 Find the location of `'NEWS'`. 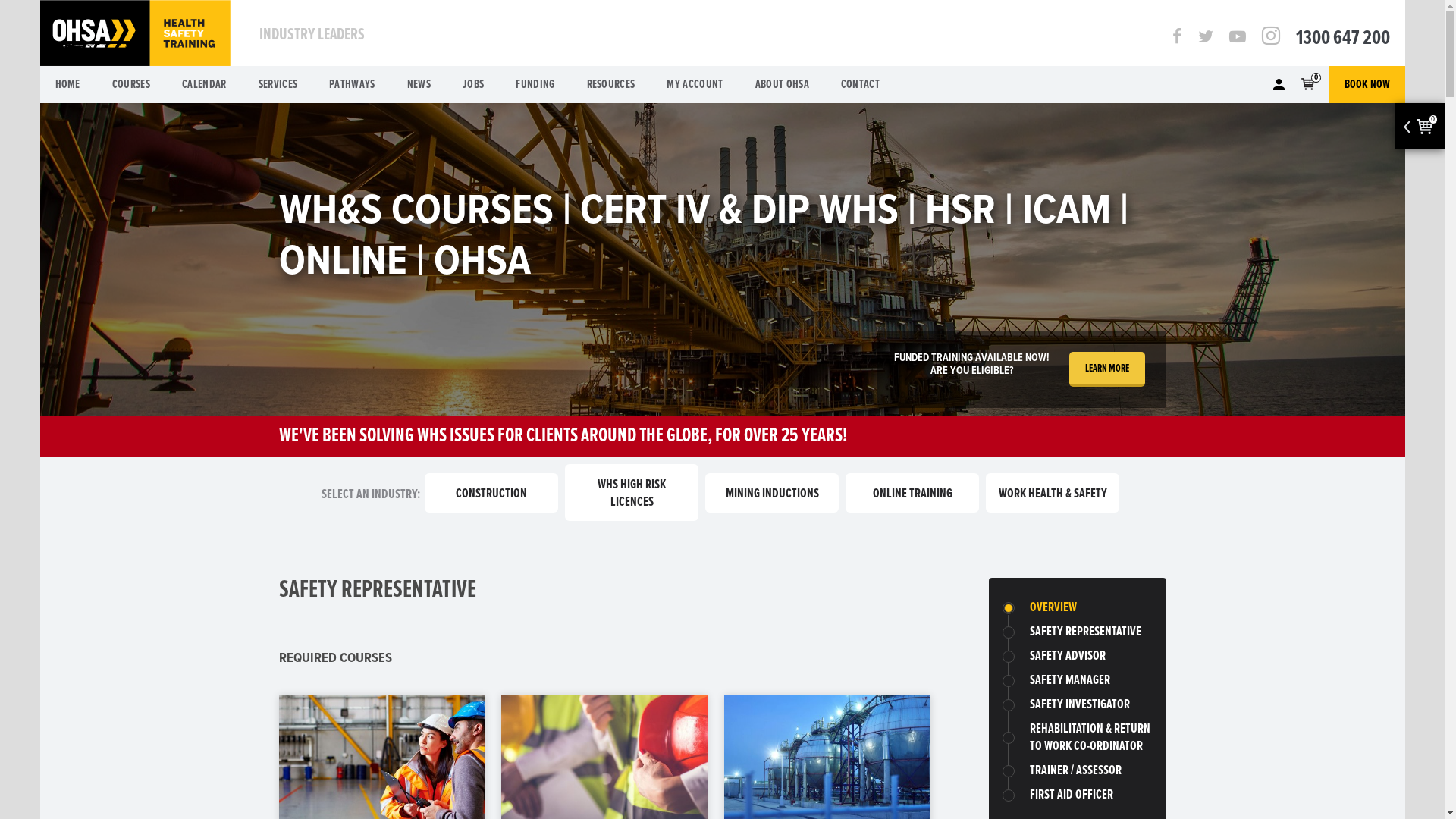

'NEWS' is located at coordinates (419, 84).